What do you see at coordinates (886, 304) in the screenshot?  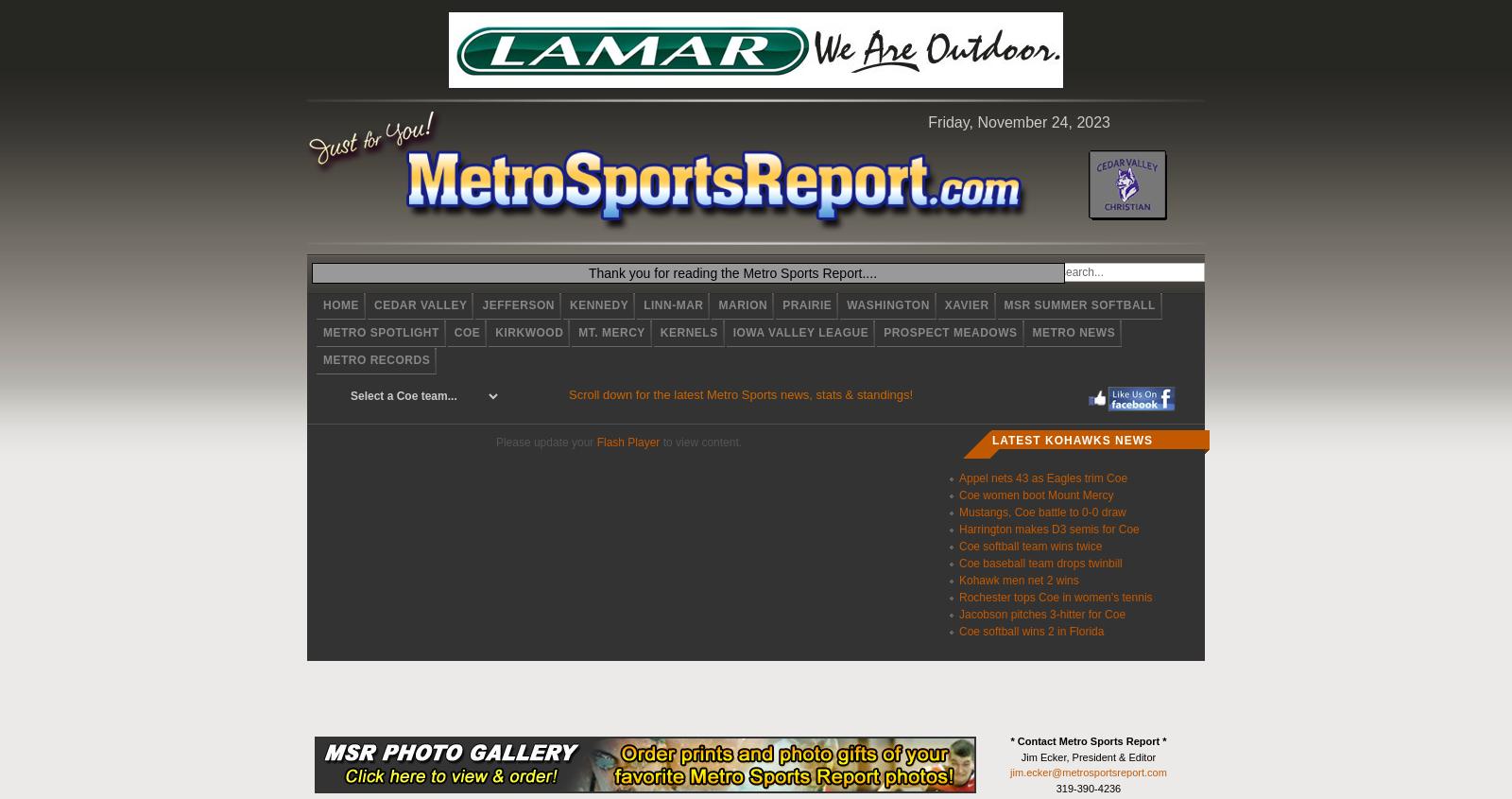 I see `'Washington'` at bounding box center [886, 304].